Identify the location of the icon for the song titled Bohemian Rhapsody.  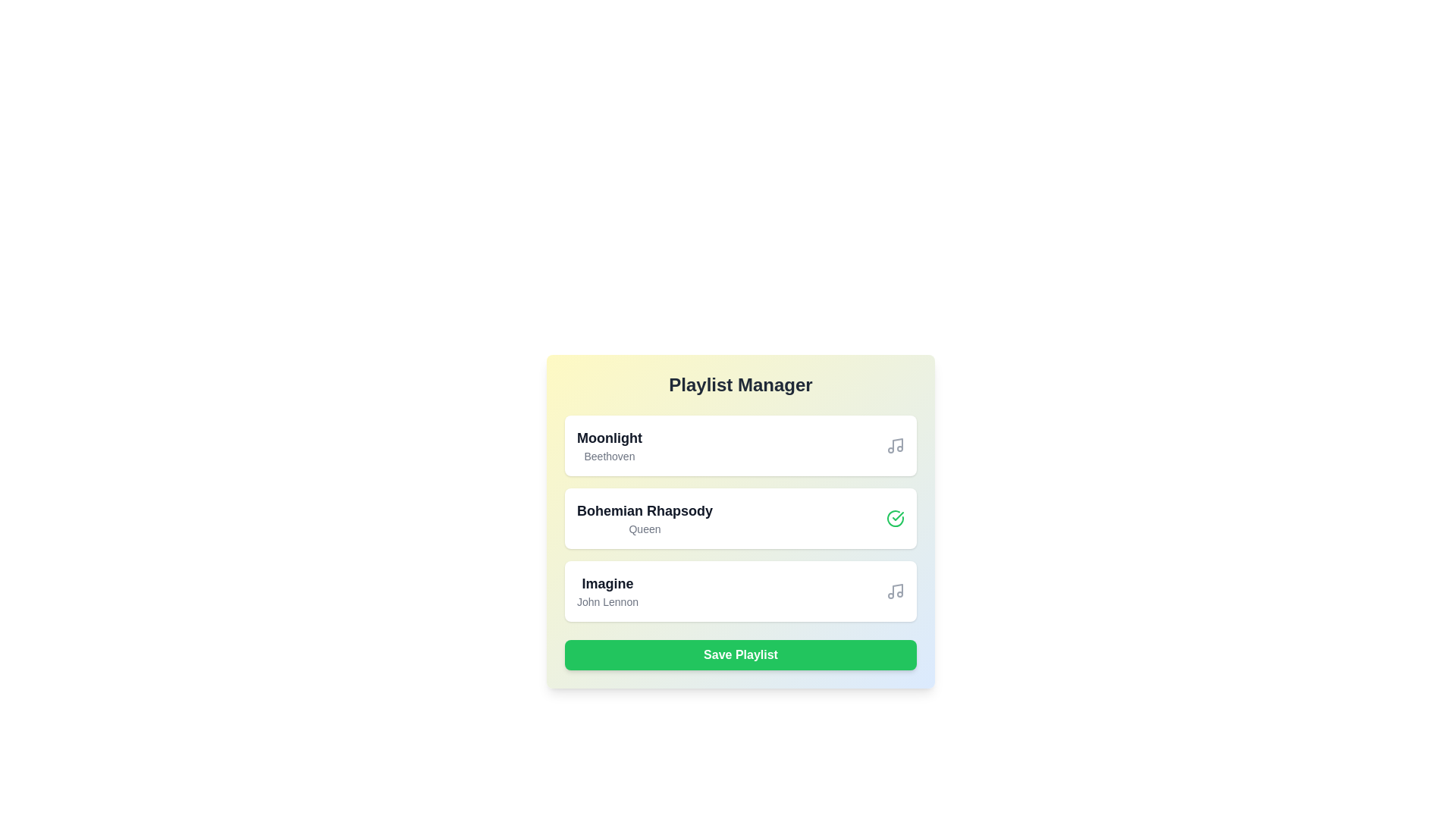
(895, 517).